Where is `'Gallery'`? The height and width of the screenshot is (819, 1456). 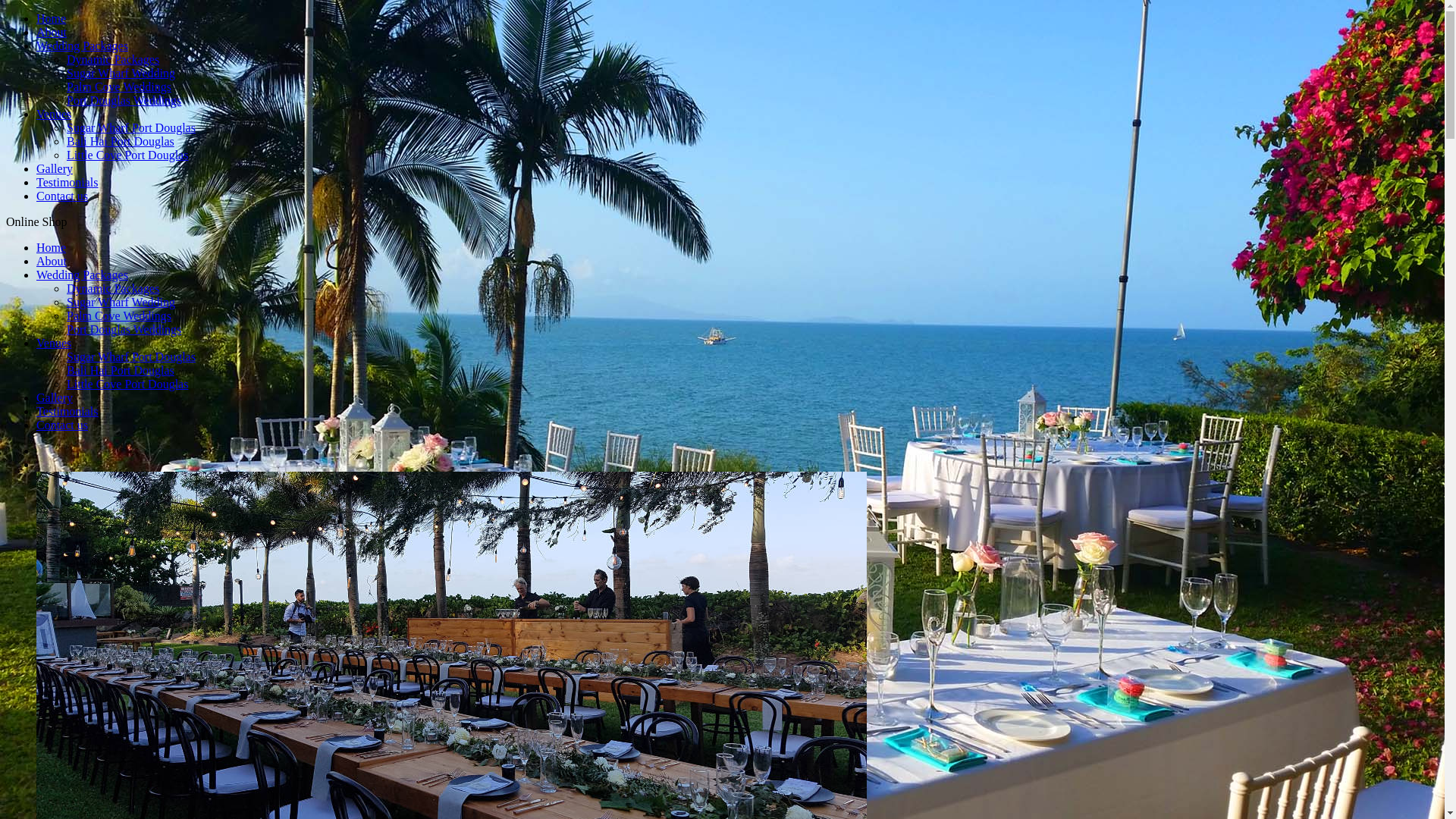
'Gallery' is located at coordinates (55, 168).